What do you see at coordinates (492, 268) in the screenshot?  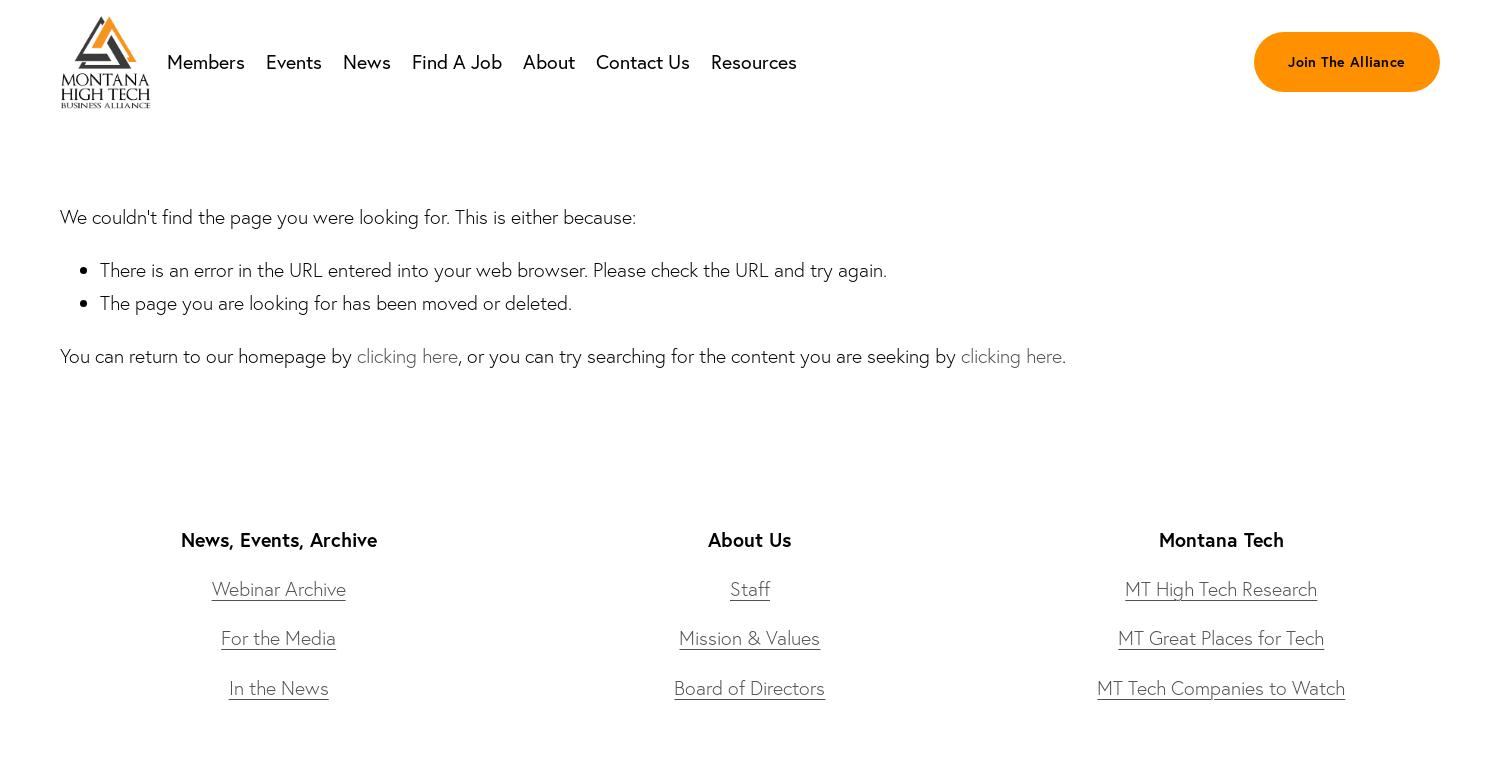 I see `'There is an error in the URL entered into your web browser. Please check the URL and try again.'` at bounding box center [492, 268].